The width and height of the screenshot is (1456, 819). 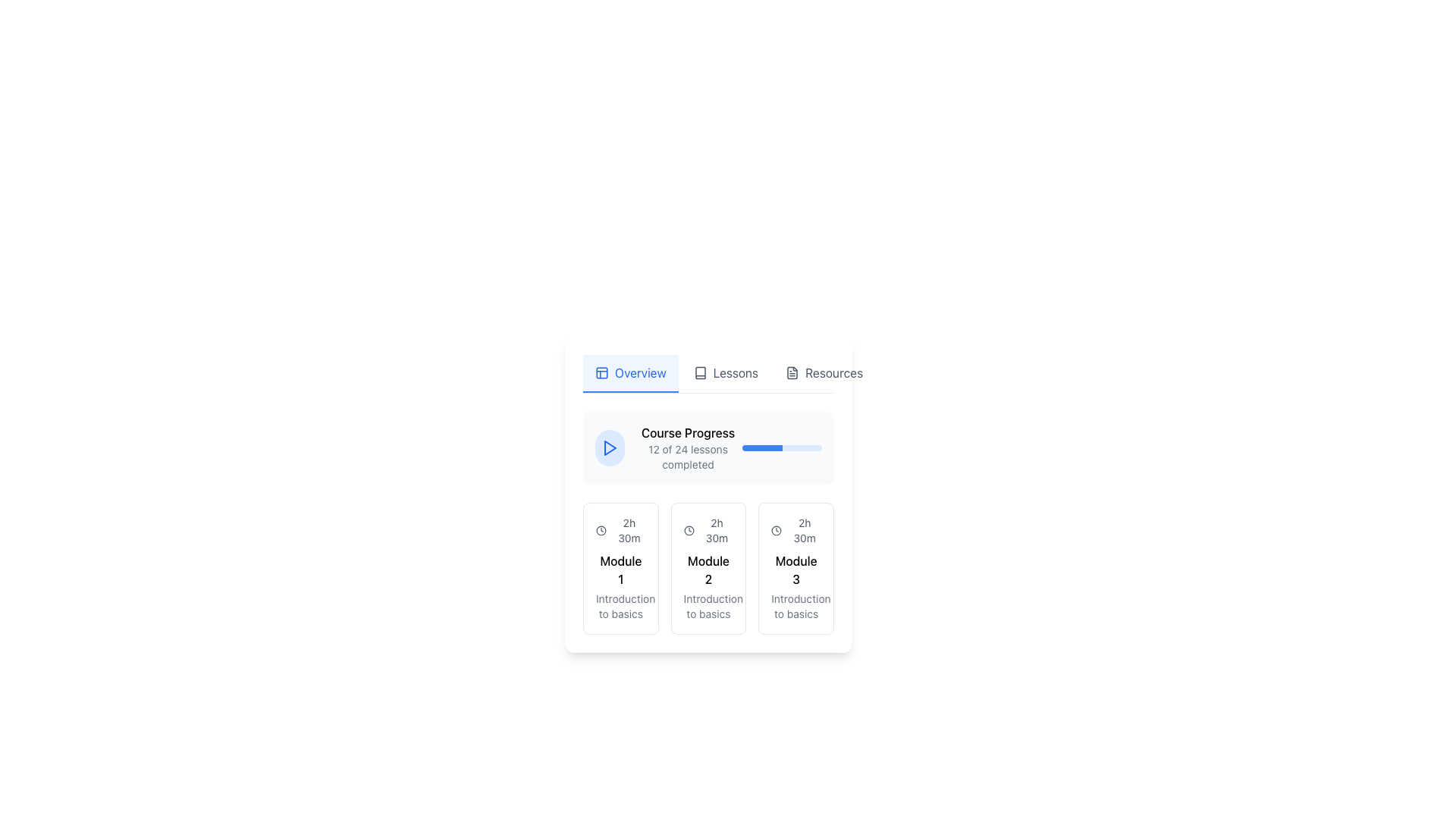 I want to click on progress information displayed in the 'Course Progress' informational display, which shows '12 of 24 lessons completed', so click(x=668, y=447).